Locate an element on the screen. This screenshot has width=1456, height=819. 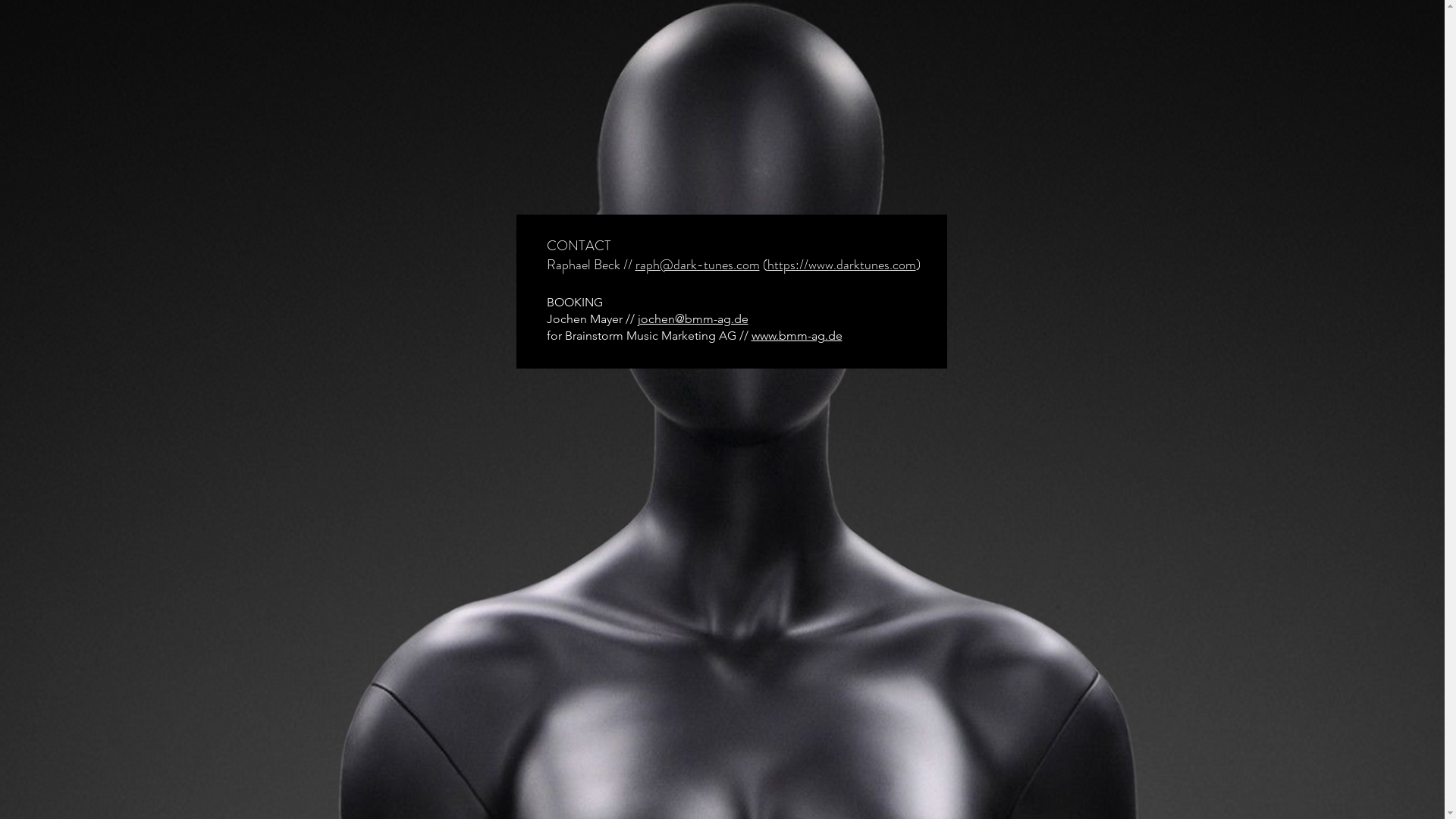
'raph@dark-tunes.com' is located at coordinates (635, 263).